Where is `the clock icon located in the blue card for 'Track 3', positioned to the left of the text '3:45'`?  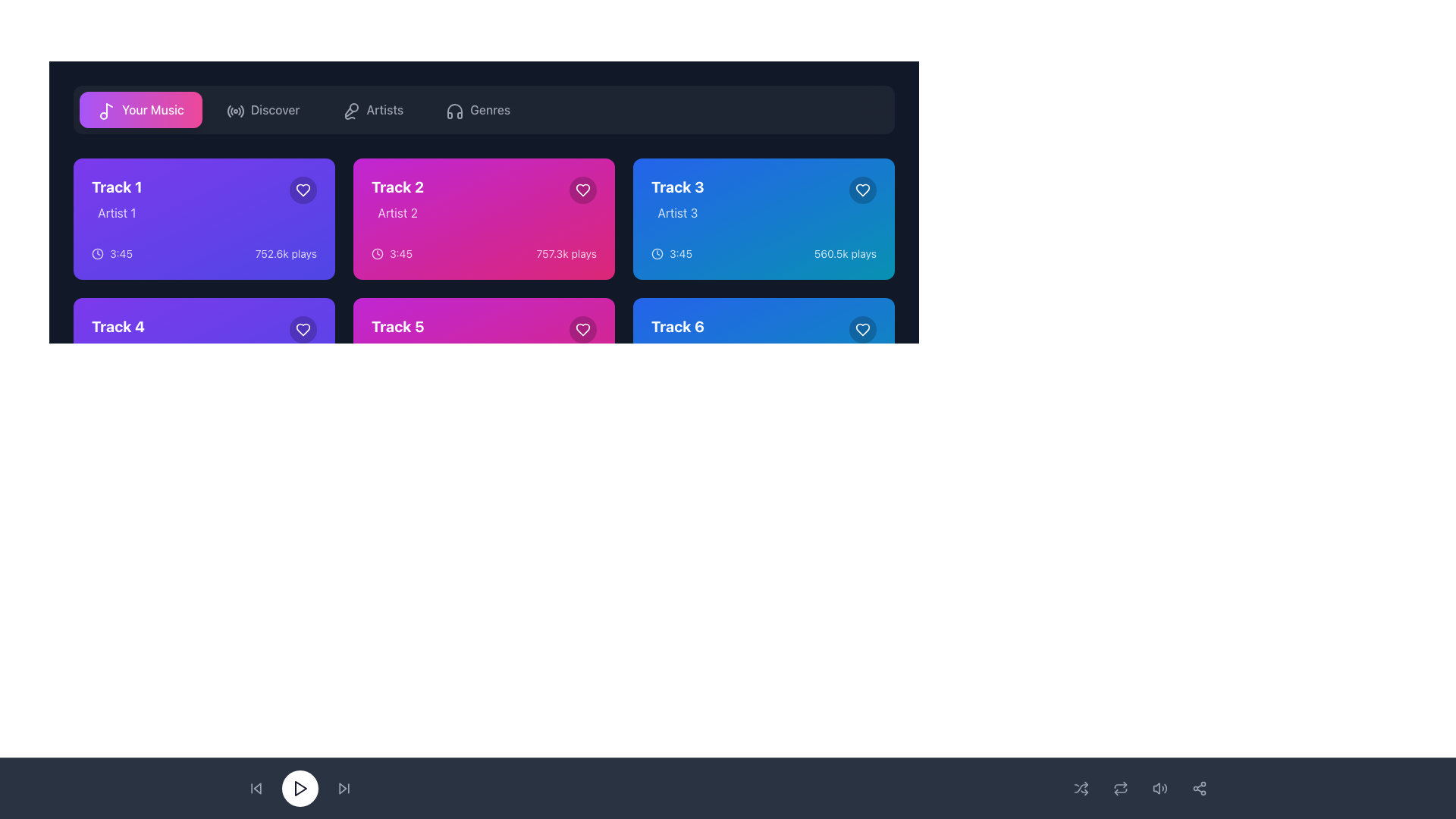 the clock icon located in the blue card for 'Track 3', positioned to the left of the text '3:45' is located at coordinates (657, 253).